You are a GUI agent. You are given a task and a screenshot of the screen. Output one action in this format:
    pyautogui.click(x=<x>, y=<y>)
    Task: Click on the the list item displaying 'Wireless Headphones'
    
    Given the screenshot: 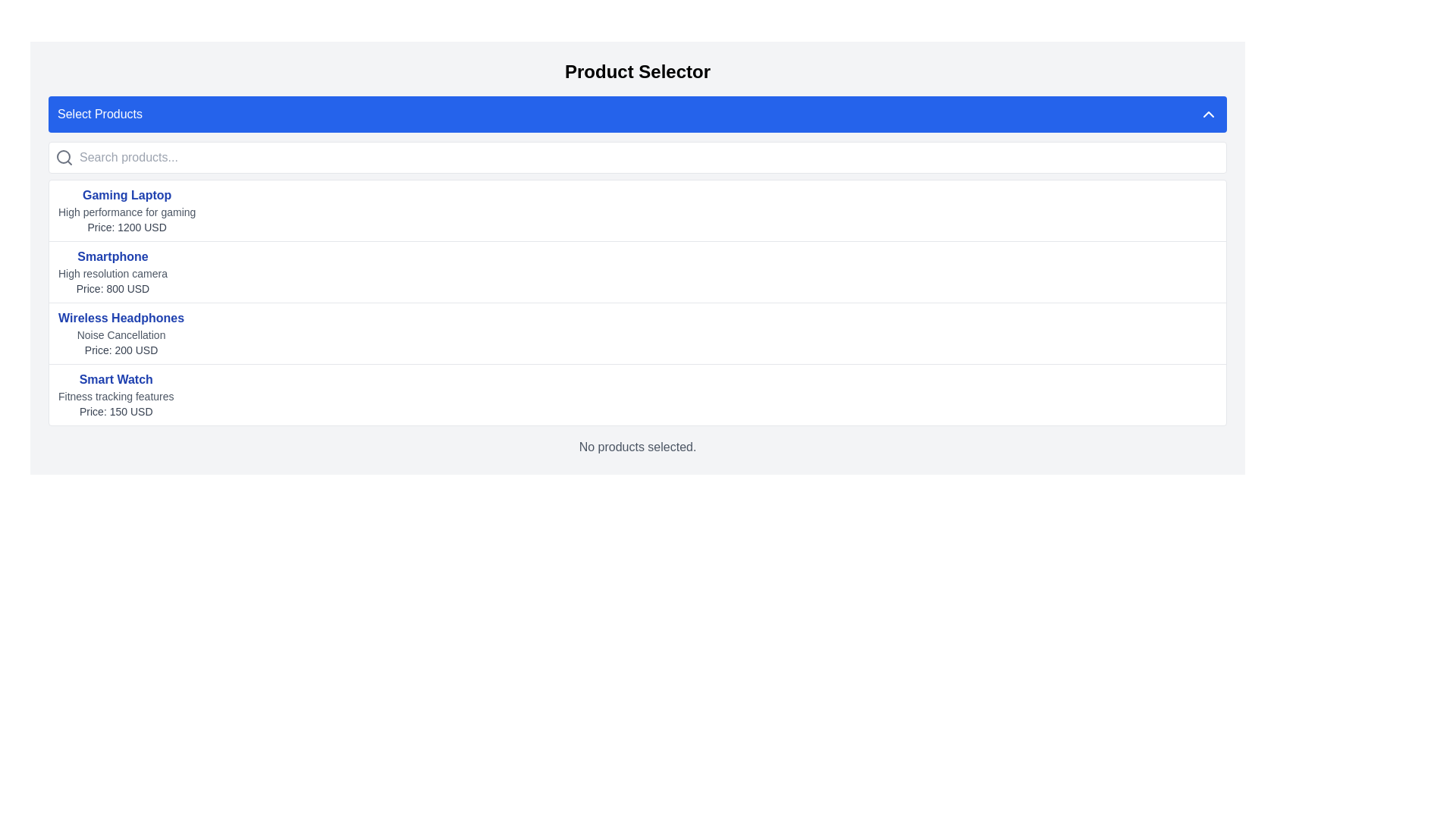 What is the action you would take?
    pyautogui.click(x=637, y=332)
    